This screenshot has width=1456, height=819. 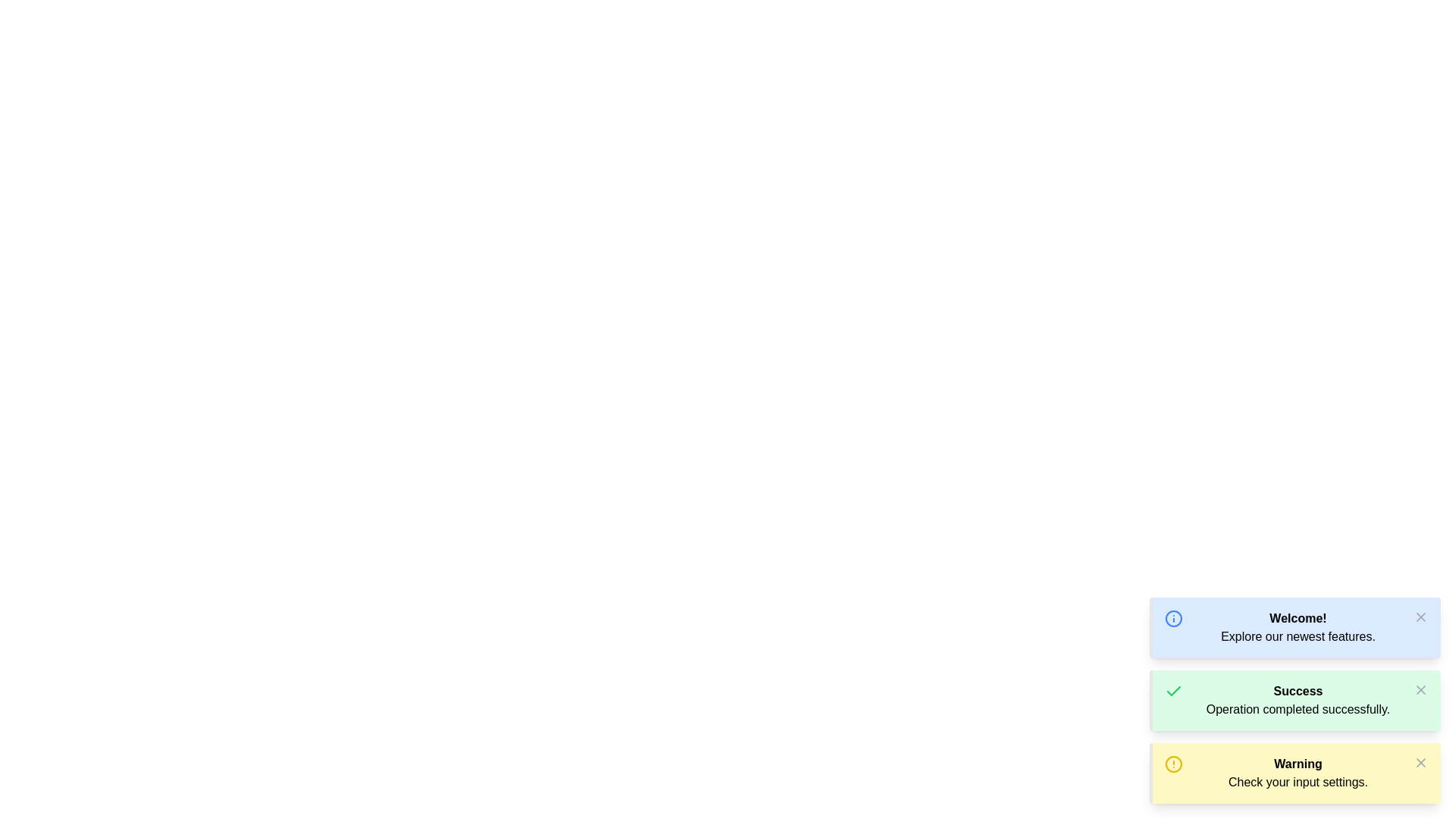 What do you see at coordinates (1420, 763) in the screenshot?
I see `the close button located at the top-right corner of the 'Warning' notification box to change its appearance` at bounding box center [1420, 763].